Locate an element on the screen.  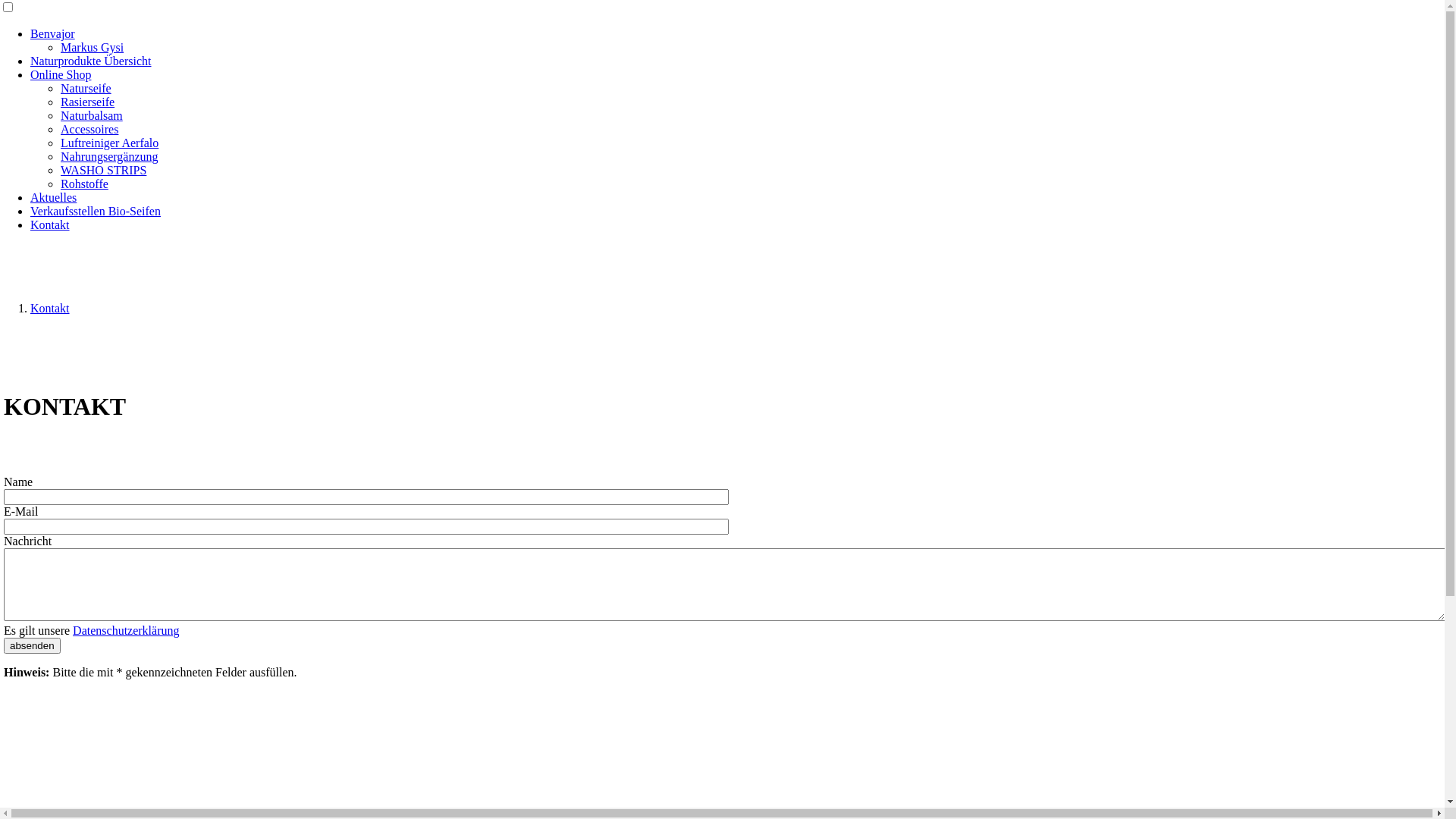
'Rohstoffe' is located at coordinates (83, 183).